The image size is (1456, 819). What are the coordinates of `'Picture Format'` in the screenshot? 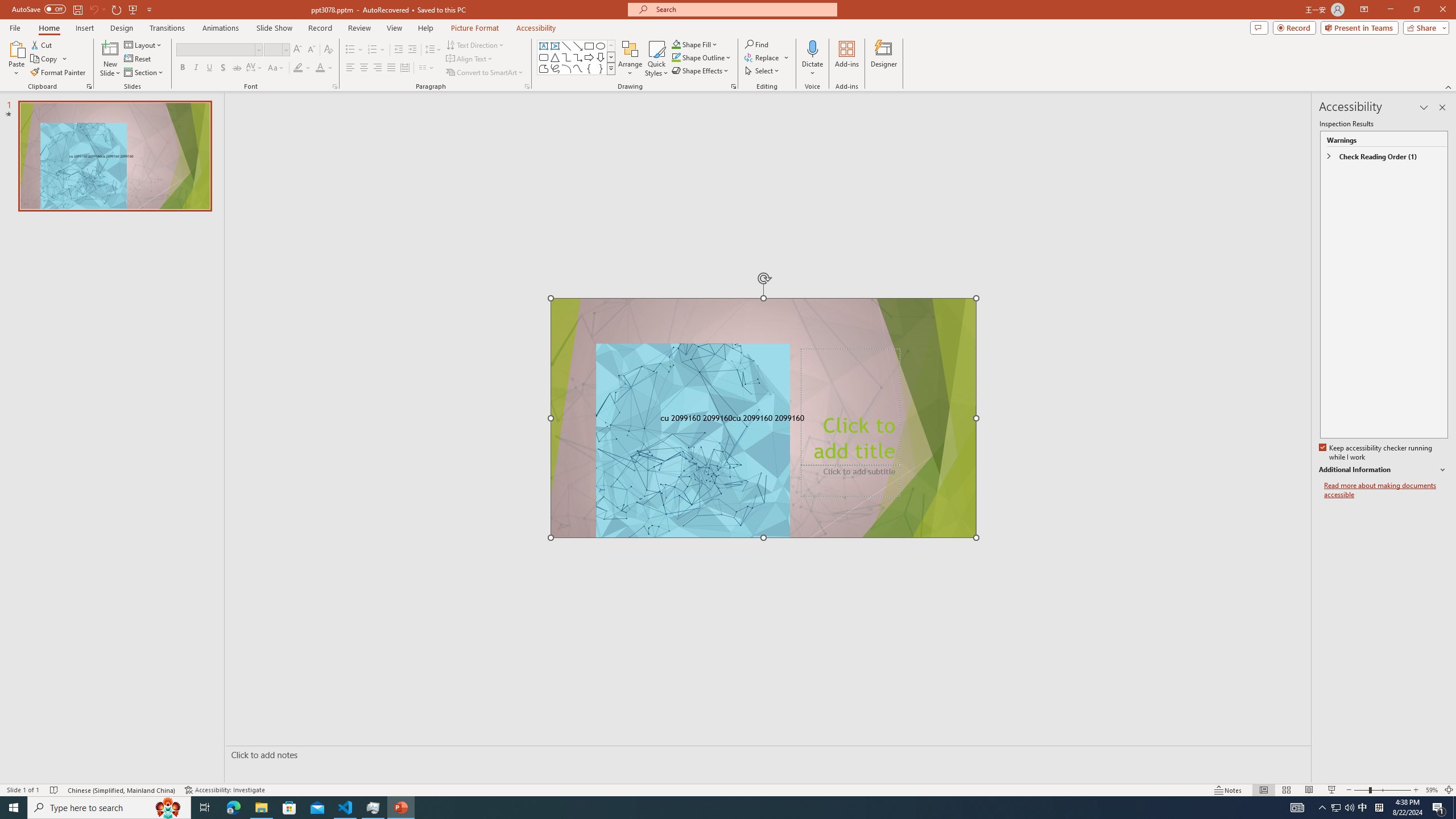 It's located at (475, 28).